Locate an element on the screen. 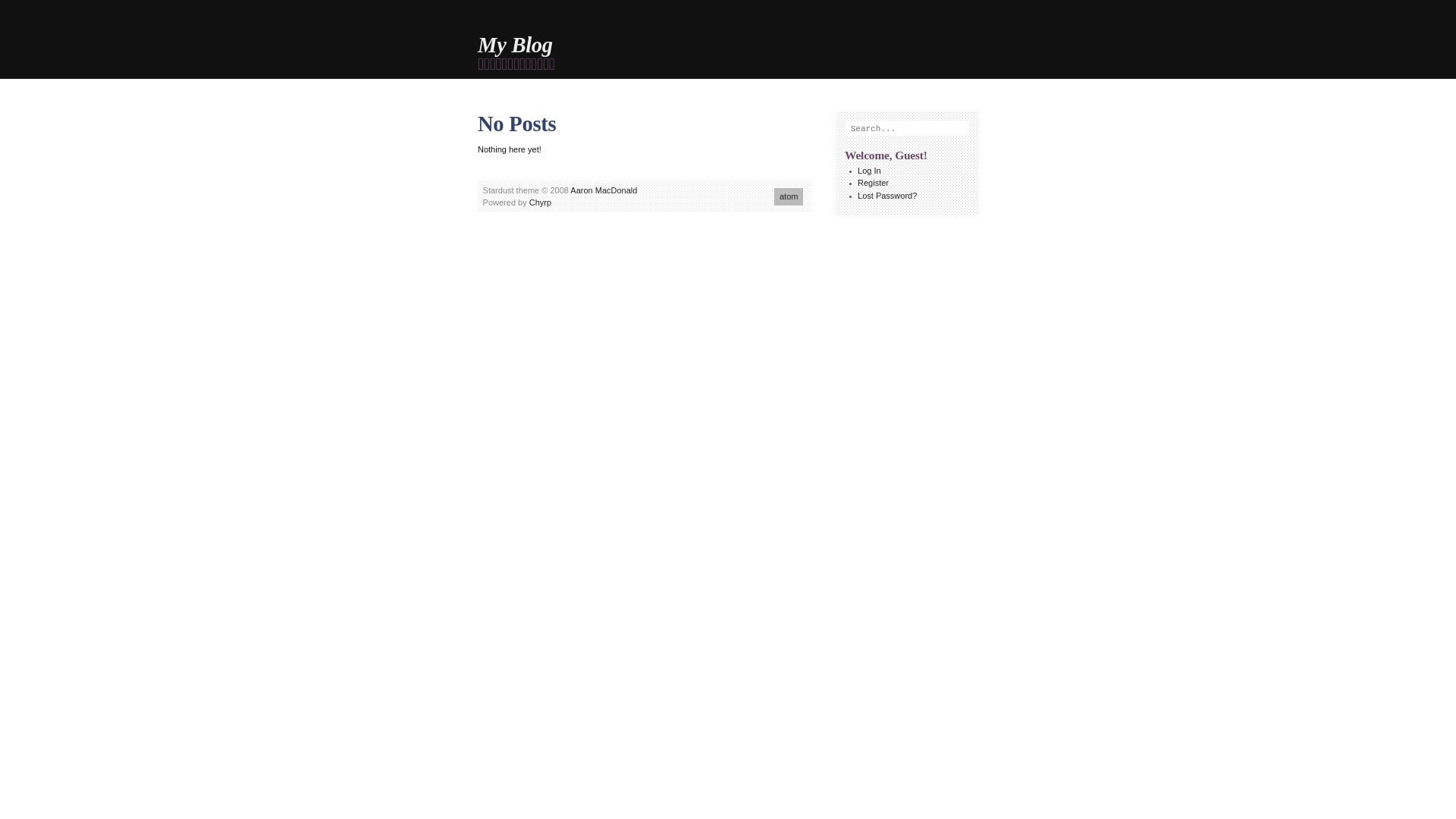 The width and height of the screenshot is (1456, 819). 'Chyrp' is located at coordinates (540, 201).